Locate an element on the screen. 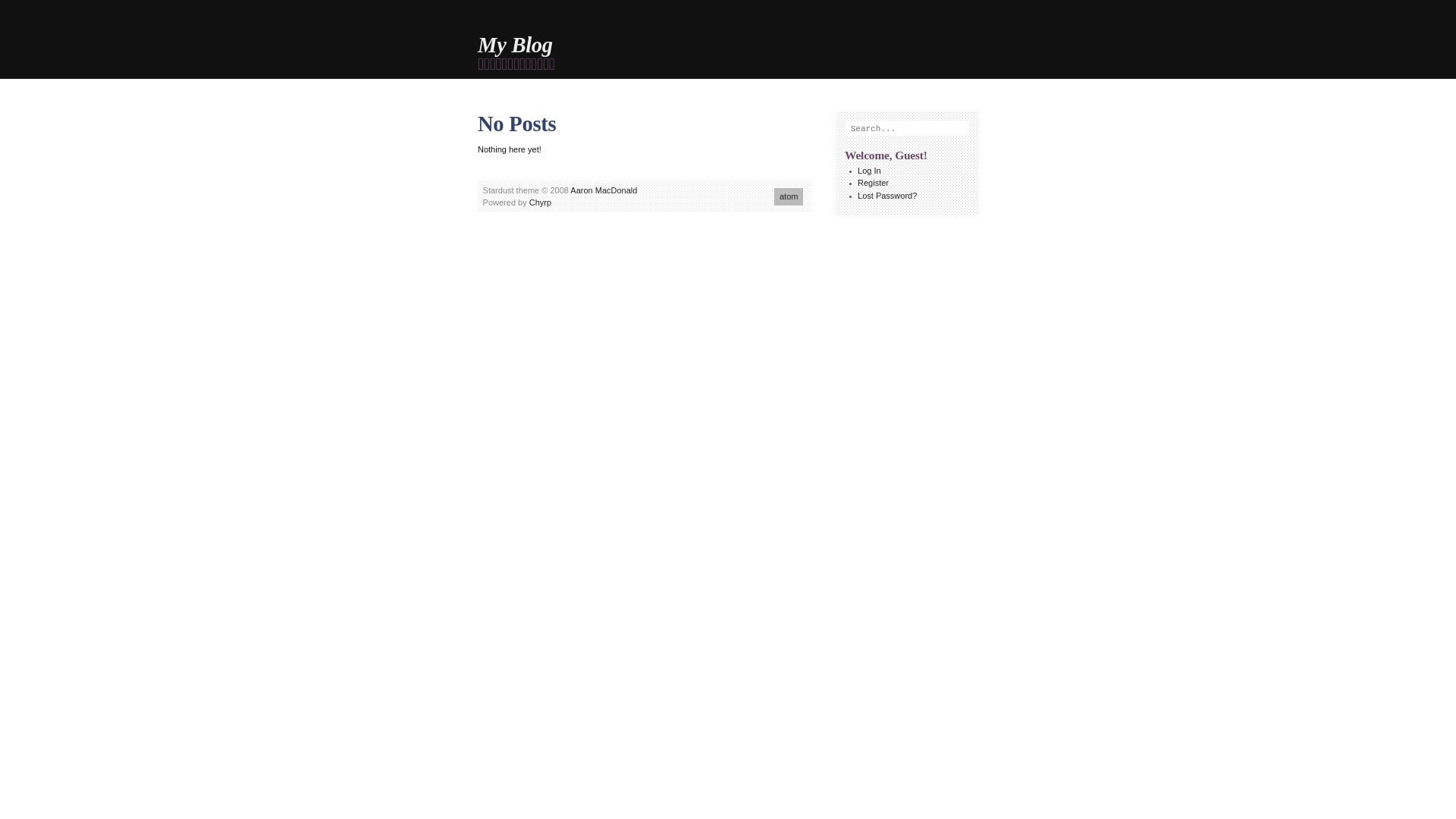 The width and height of the screenshot is (1456, 819). 'Chyrp' is located at coordinates (540, 201).